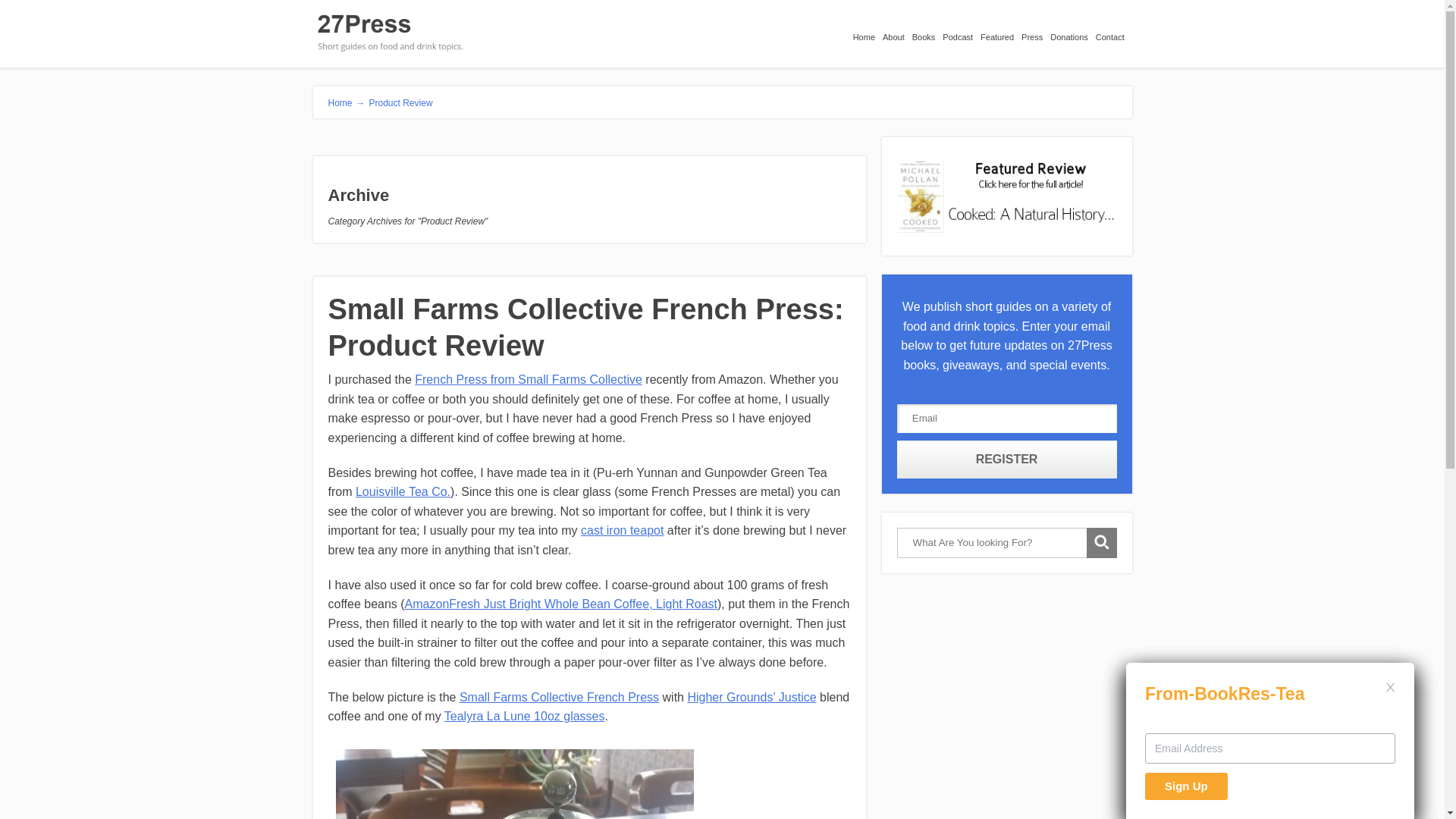  I want to click on 'Sign Up', so click(1185, 786).